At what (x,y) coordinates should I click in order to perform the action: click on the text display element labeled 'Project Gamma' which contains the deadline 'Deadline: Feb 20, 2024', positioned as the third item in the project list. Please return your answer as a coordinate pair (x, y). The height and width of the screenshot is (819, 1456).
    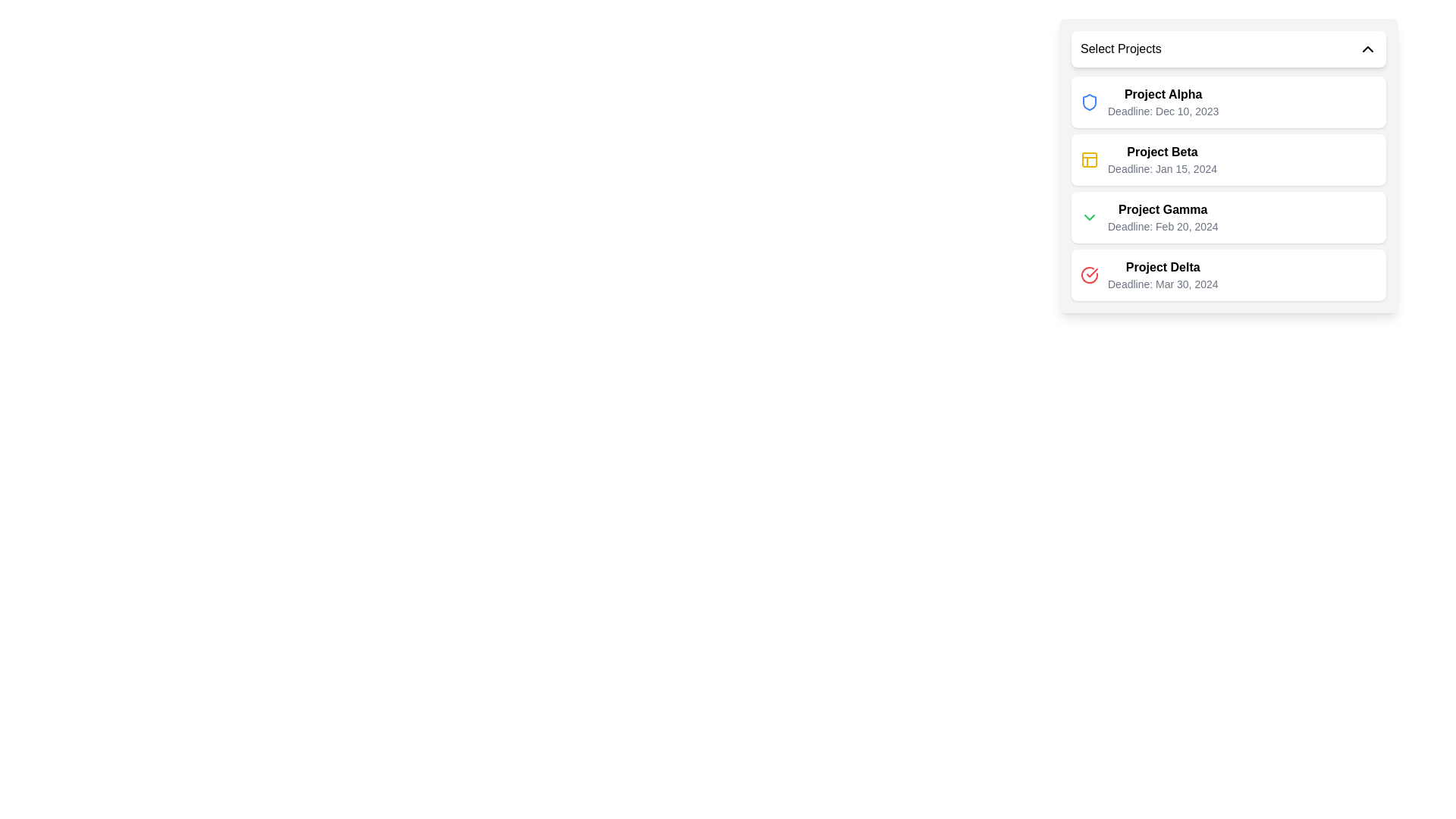
    Looking at the image, I should click on (1162, 217).